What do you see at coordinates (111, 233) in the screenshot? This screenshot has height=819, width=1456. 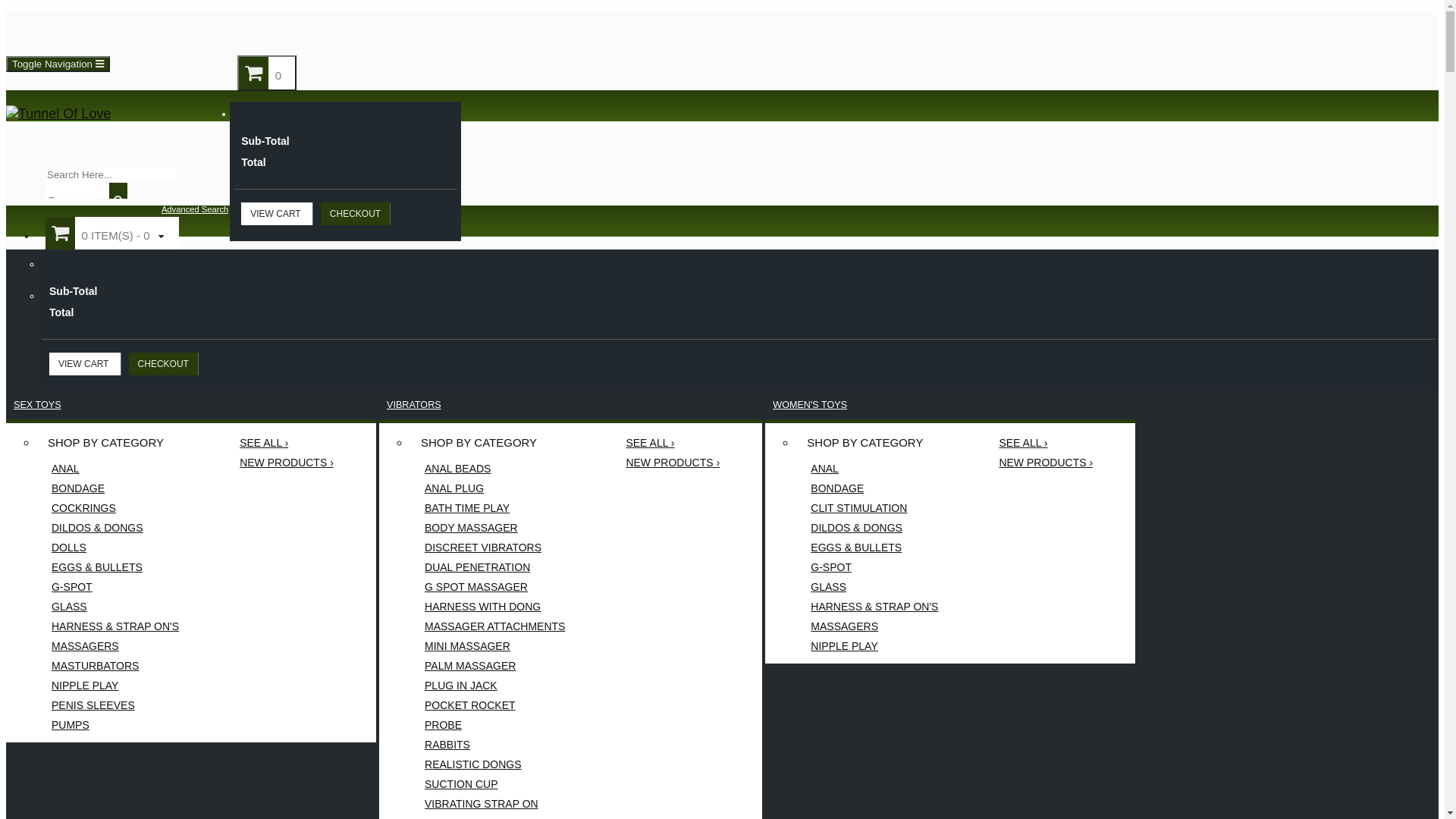 I see `'0 ITEM(S) - 0'` at bounding box center [111, 233].